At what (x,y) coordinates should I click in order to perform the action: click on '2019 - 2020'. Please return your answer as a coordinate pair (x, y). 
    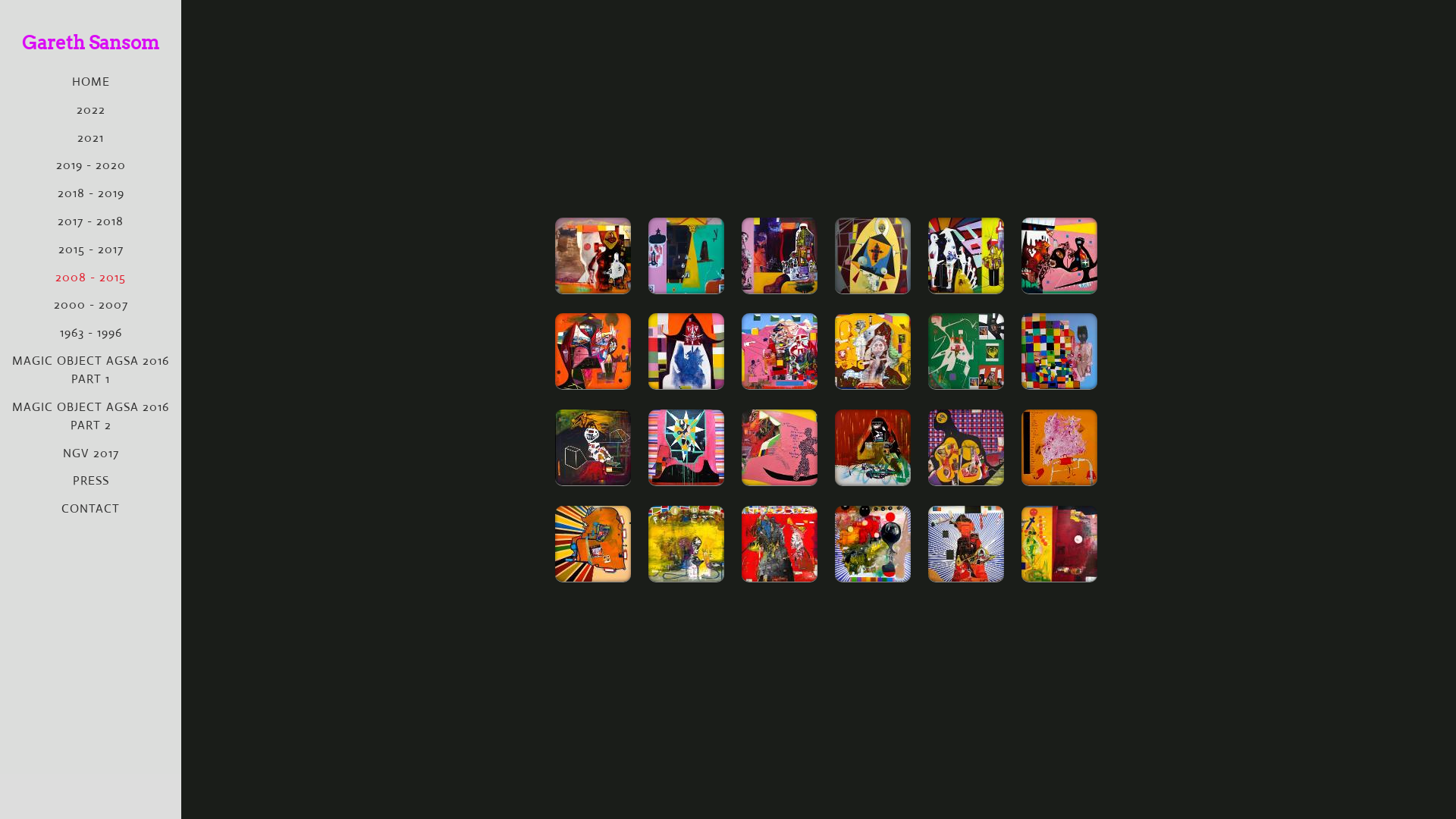
    Looking at the image, I should click on (90, 165).